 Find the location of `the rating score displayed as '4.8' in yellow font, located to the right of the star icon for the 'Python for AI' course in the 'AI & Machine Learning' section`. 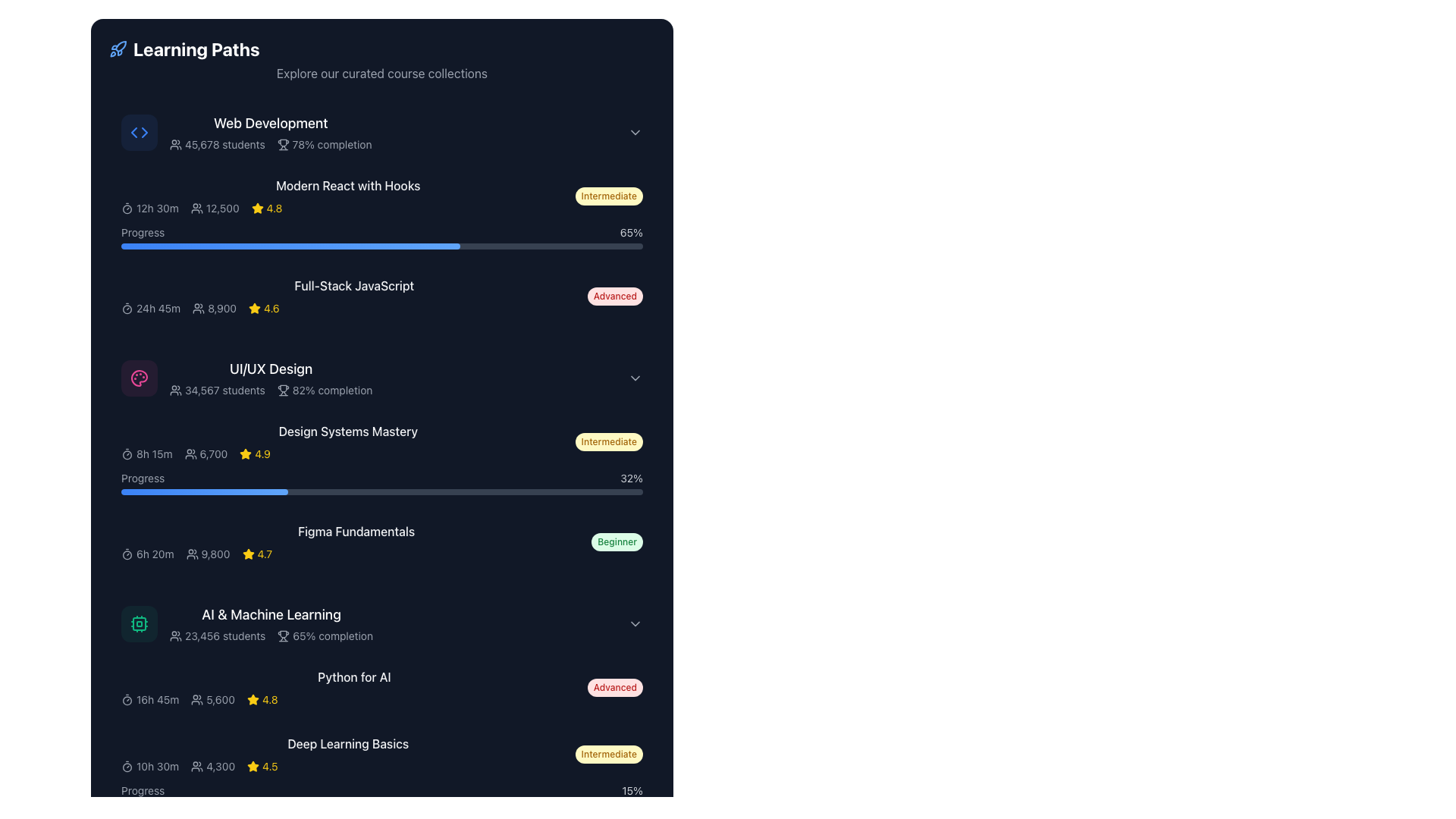

the rating score displayed as '4.8' in yellow font, located to the right of the star icon for the 'Python for AI' course in the 'AI & Machine Learning' section is located at coordinates (270, 699).